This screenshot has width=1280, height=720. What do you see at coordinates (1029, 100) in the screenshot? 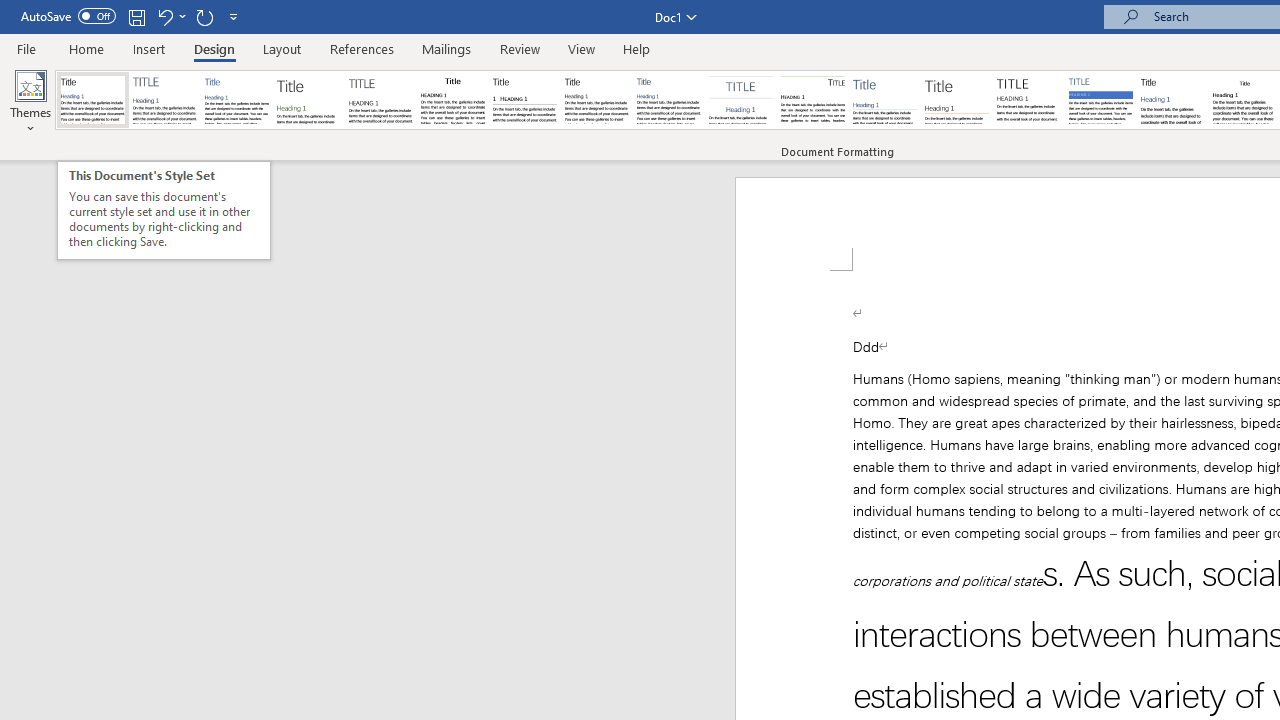
I see `'Minimalist'` at bounding box center [1029, 100].